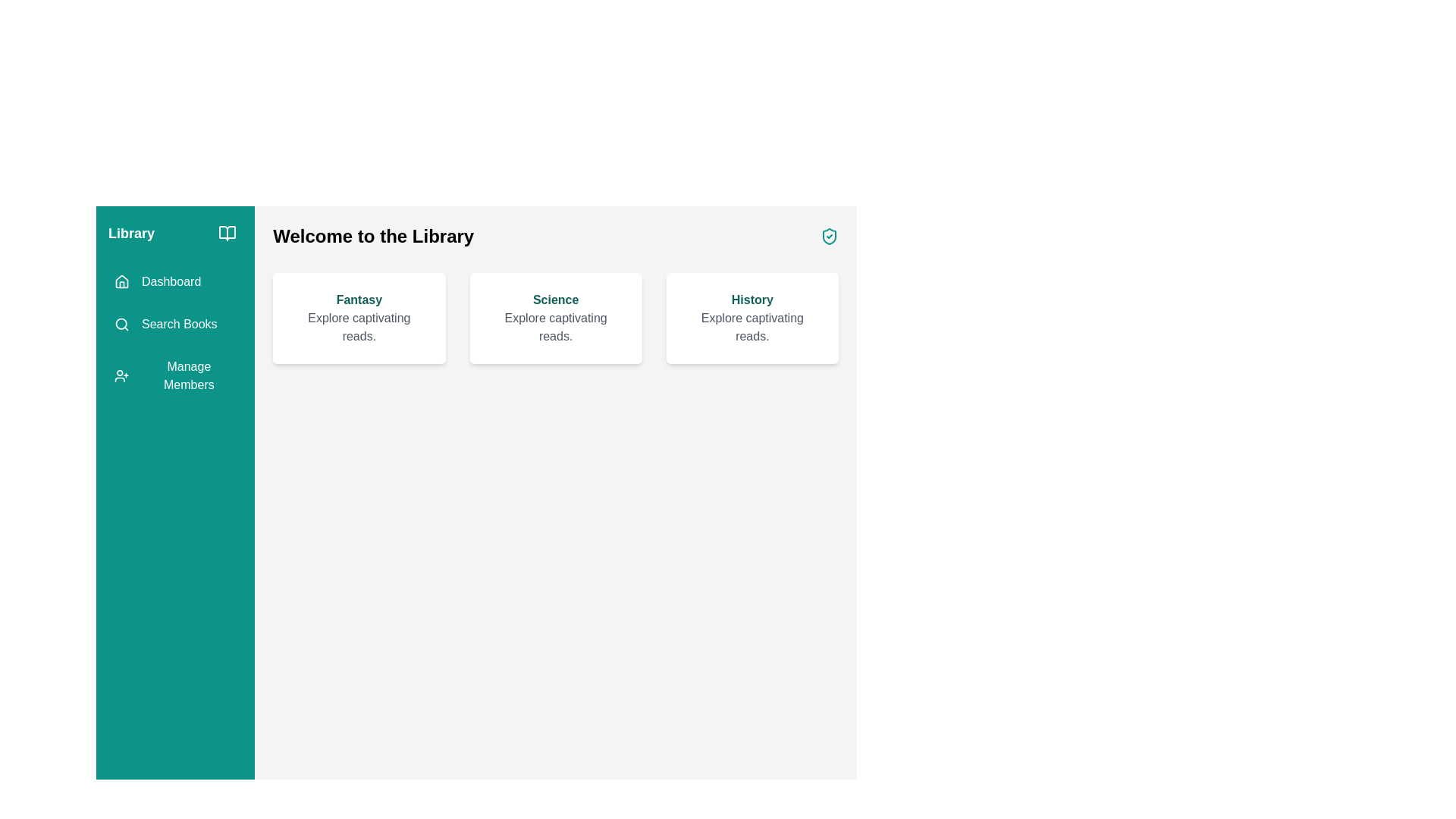 Image resolution: width=1456 pixels, height=819 pixels. Describe the element at coordinates (829, 237) in the screenshot. I see `the icon located in the top-right corner of the central interface view, next to the 'Welcome to the Library' heading` at that location.